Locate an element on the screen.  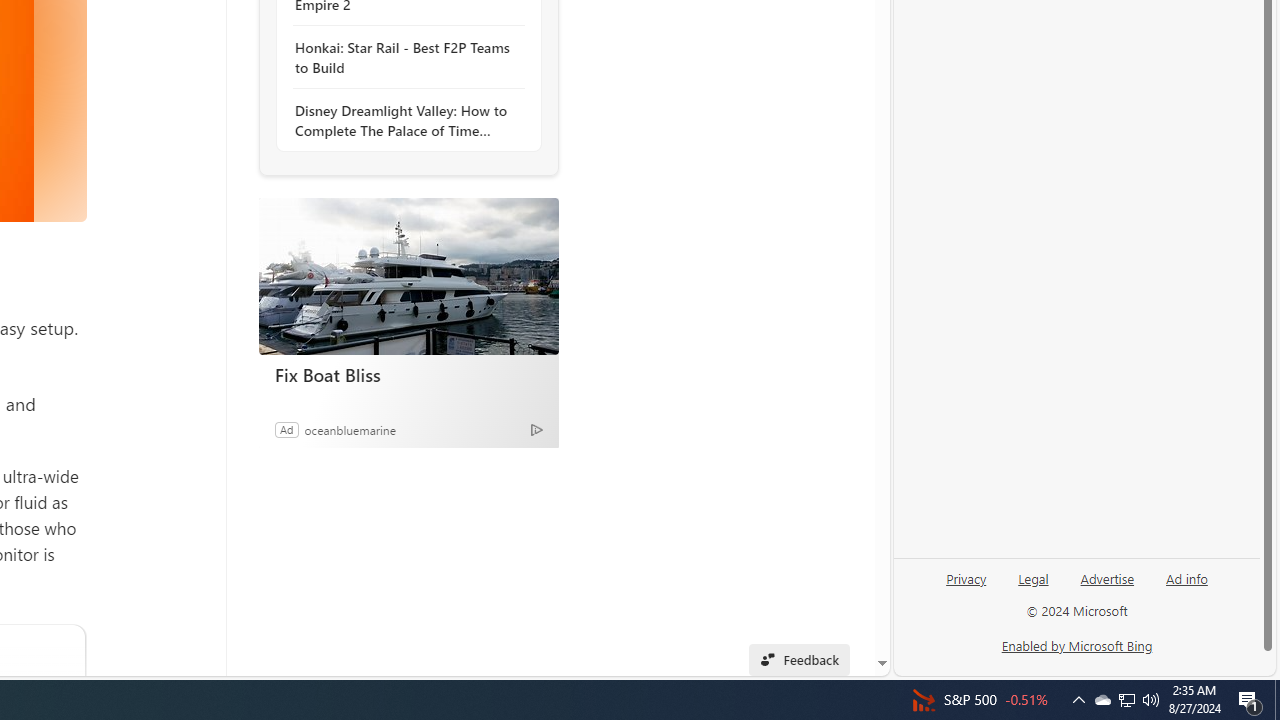
'Honkai: Star Rail - Best F2P Teams to Build' is located at coordinates (402, 56).